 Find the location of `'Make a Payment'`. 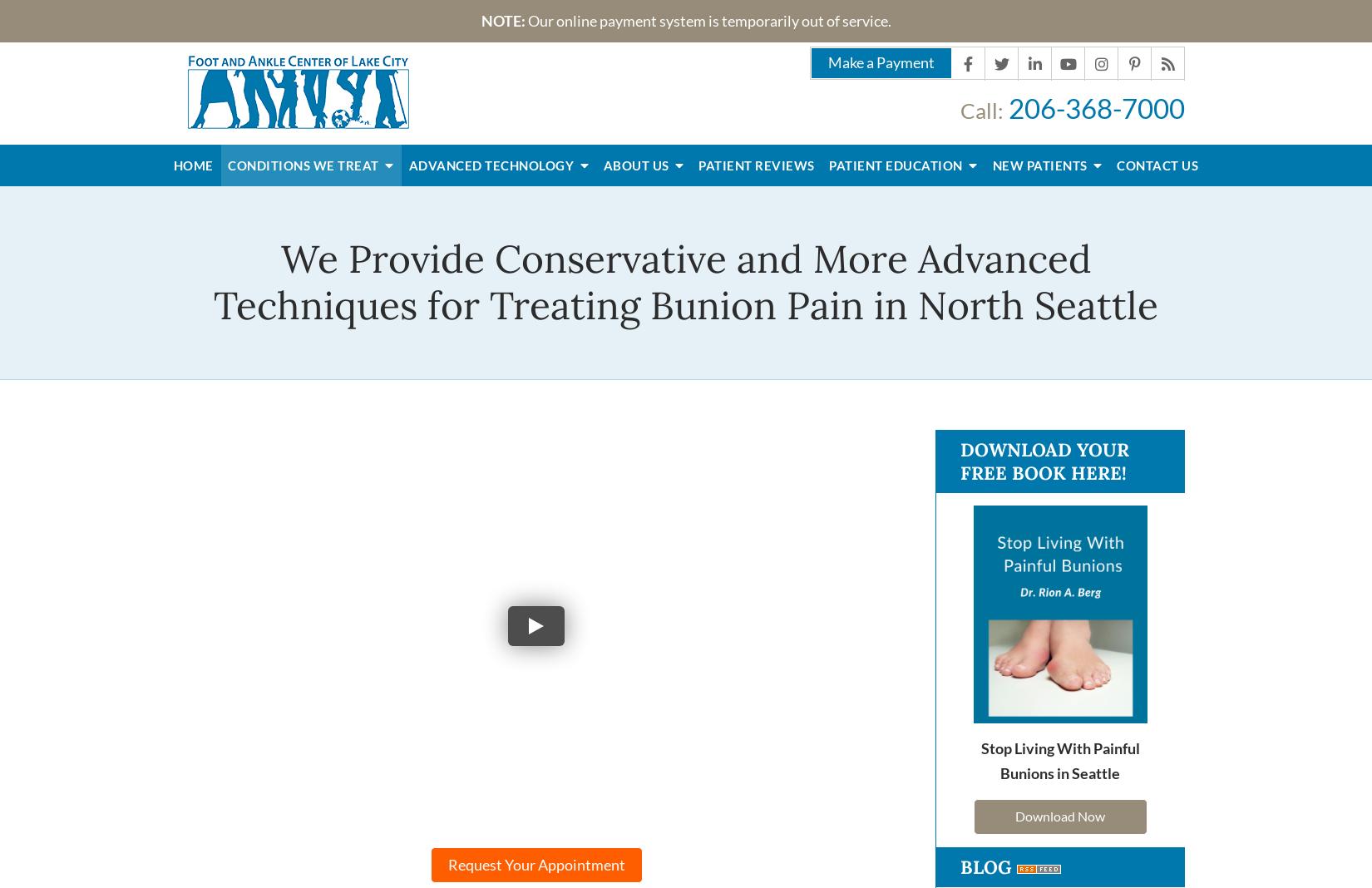

'Make a Payment' is located at coordinates (827, 61).